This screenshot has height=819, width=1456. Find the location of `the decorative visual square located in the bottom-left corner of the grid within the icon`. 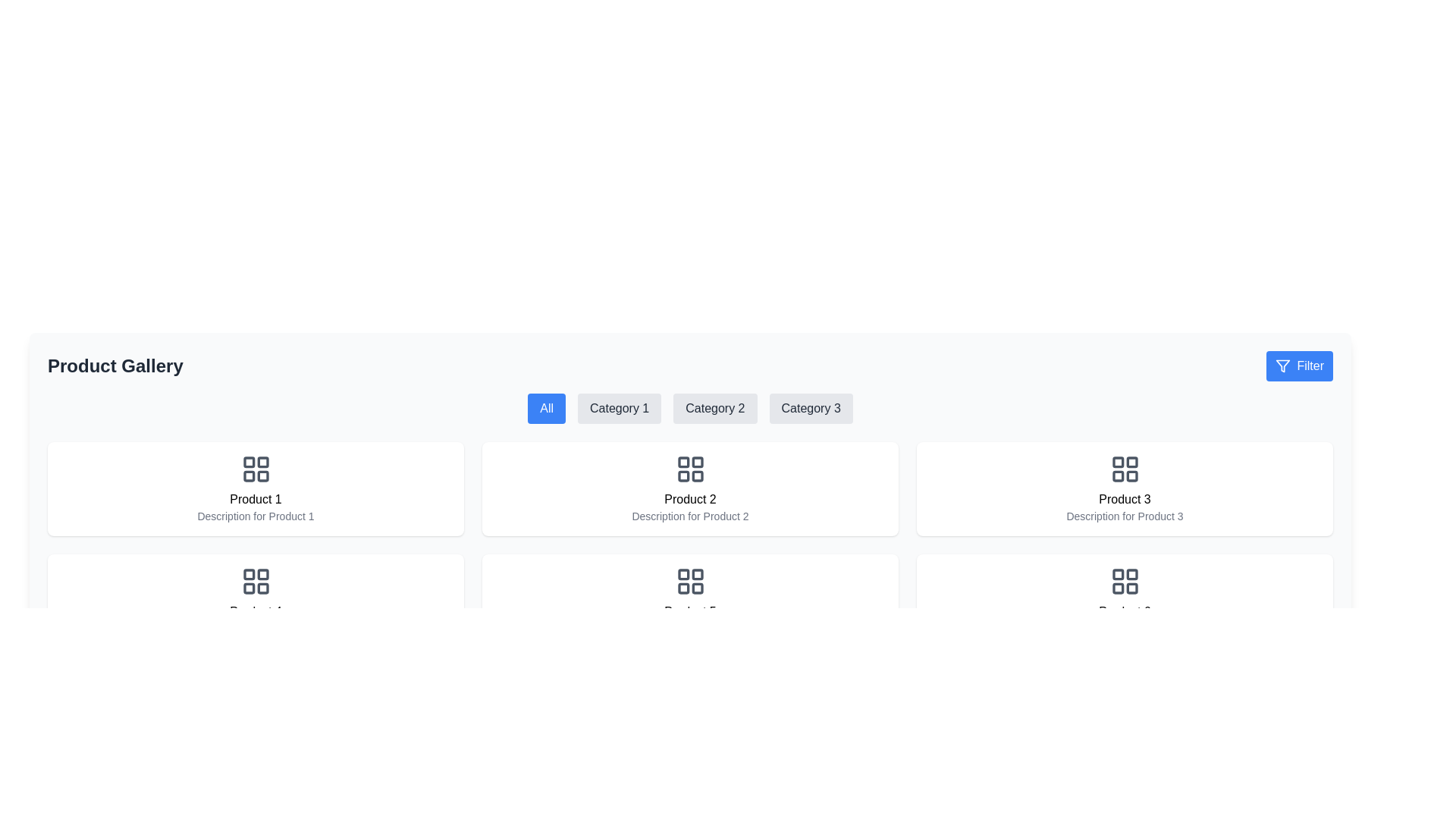

the decorative visual square located in the bottom-left corner of the grid within the icon is located at coordinates (1118, 475).